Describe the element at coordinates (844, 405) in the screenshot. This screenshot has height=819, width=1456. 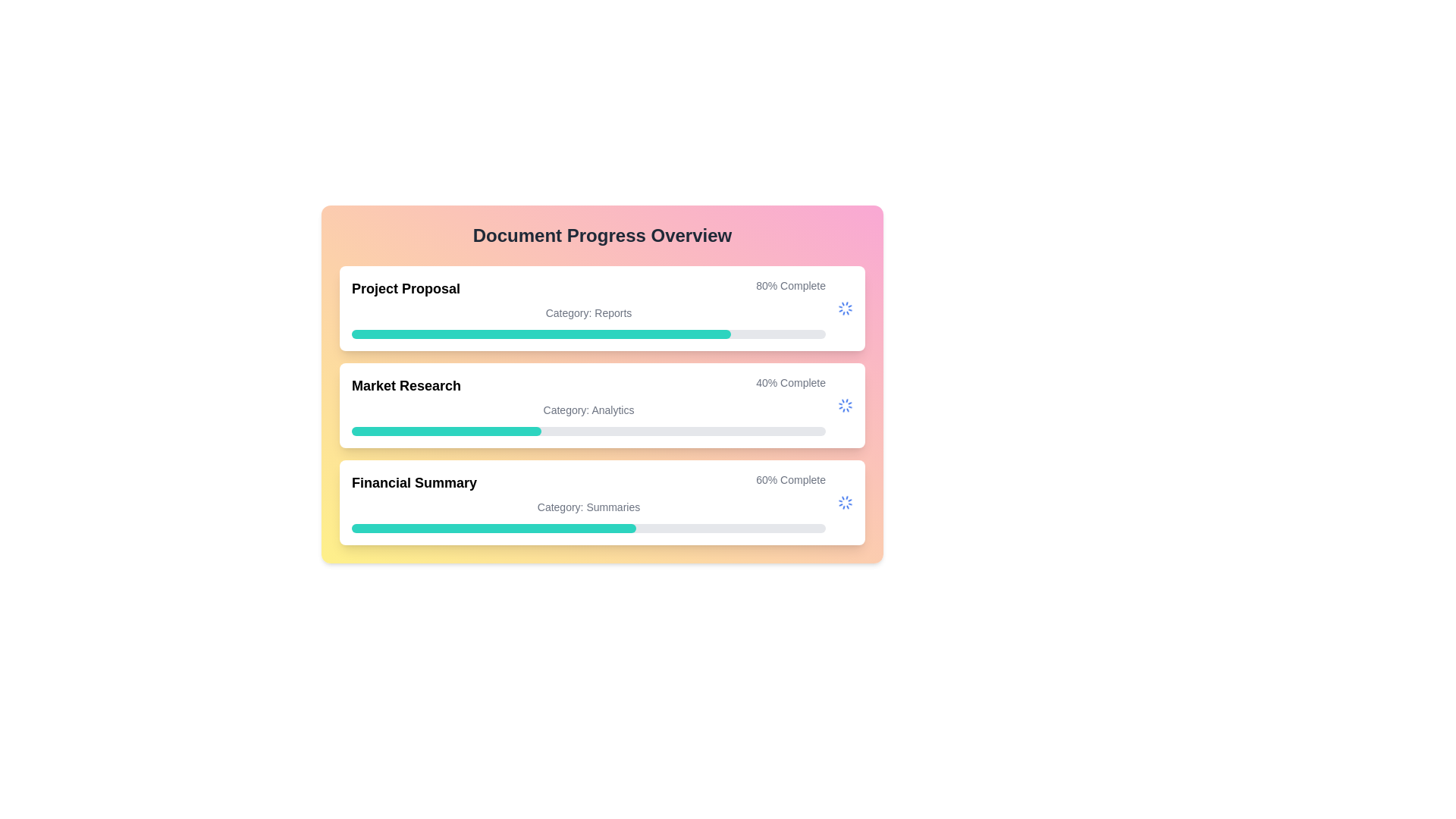
I see `the Loader icon located at the far-right side of the 'Market Research' card, next to the 40% progress bar, which visually indicates a loading state` at that location.